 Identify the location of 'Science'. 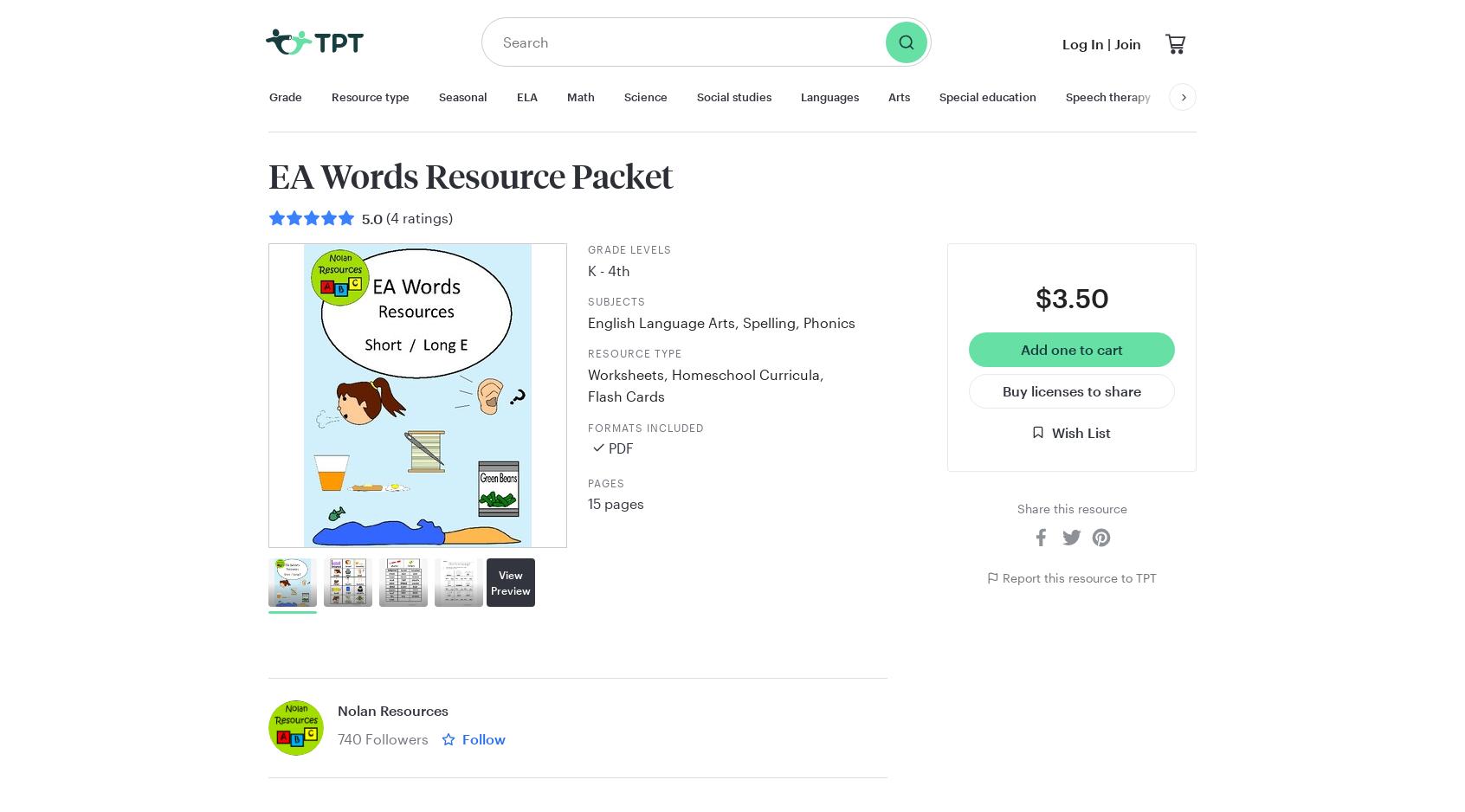
(645, 95).